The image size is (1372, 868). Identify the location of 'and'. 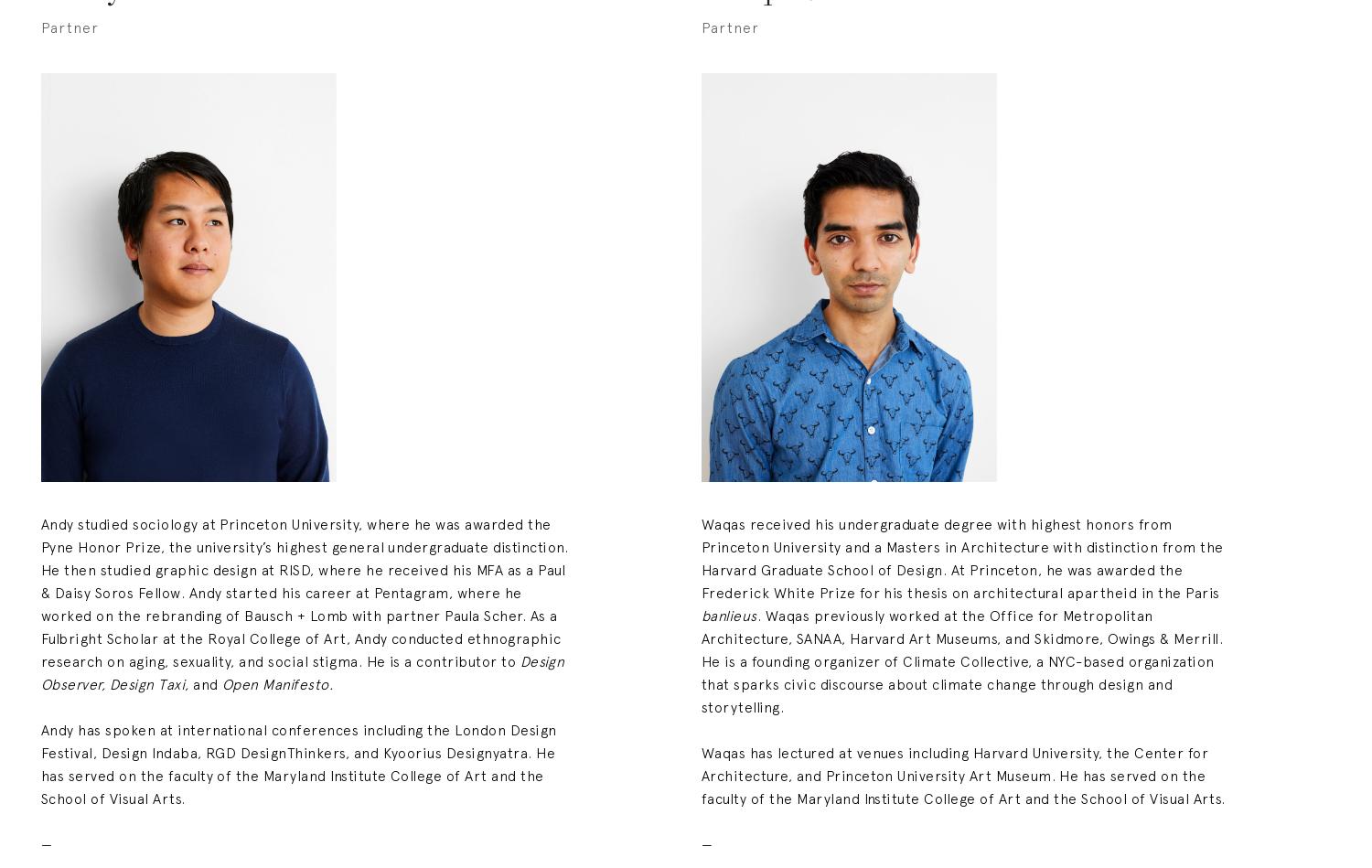
(203, 682).